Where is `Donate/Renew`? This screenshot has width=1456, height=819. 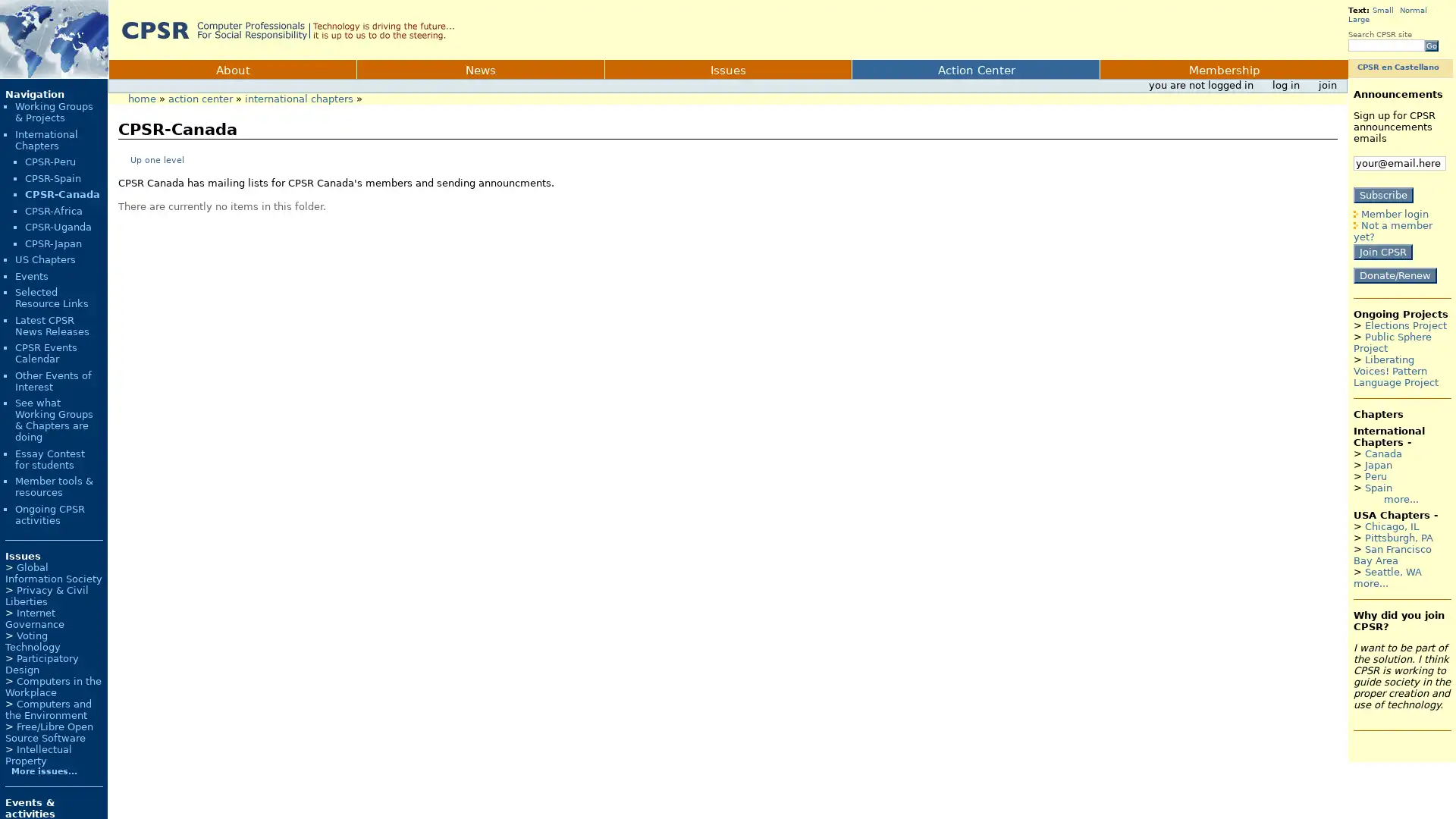
Donate/Renew is located at coordinates (1394, 275).